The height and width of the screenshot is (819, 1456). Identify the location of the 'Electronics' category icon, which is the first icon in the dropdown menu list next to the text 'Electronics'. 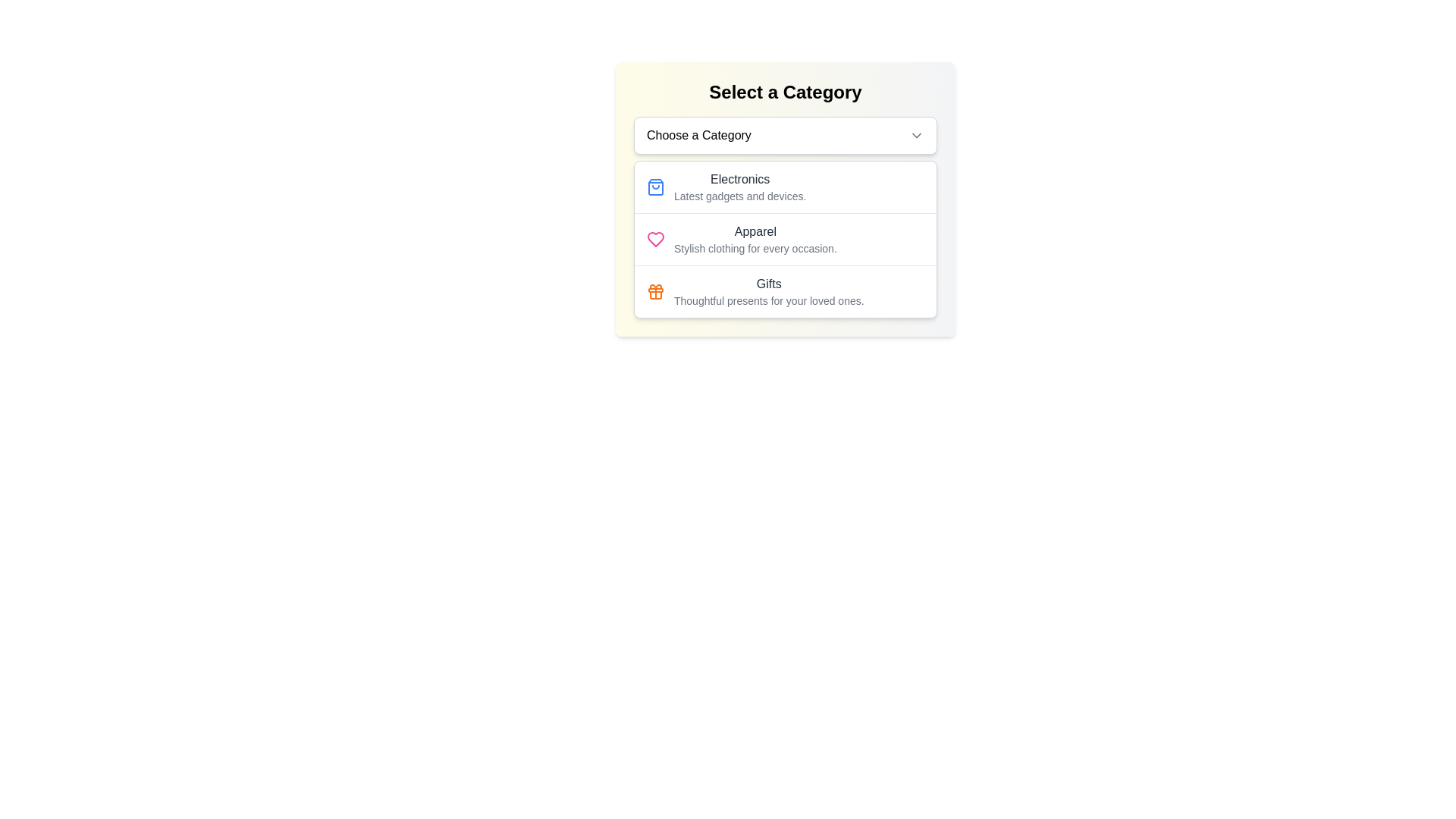
(655, 186).